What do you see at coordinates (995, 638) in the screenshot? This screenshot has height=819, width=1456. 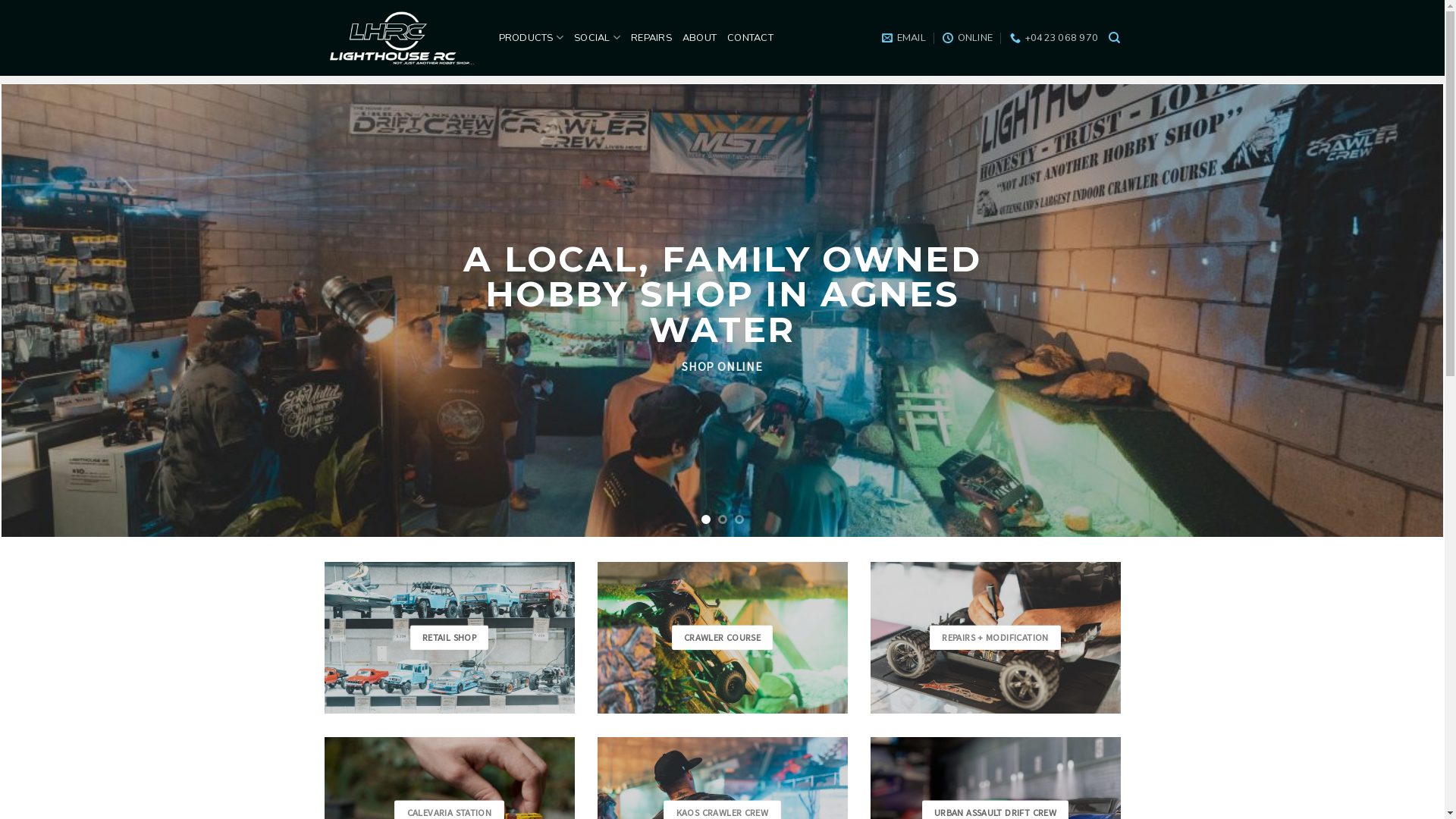 I see `'REPAIRS + MODIFICATION'` at bounding box center [995, 638].